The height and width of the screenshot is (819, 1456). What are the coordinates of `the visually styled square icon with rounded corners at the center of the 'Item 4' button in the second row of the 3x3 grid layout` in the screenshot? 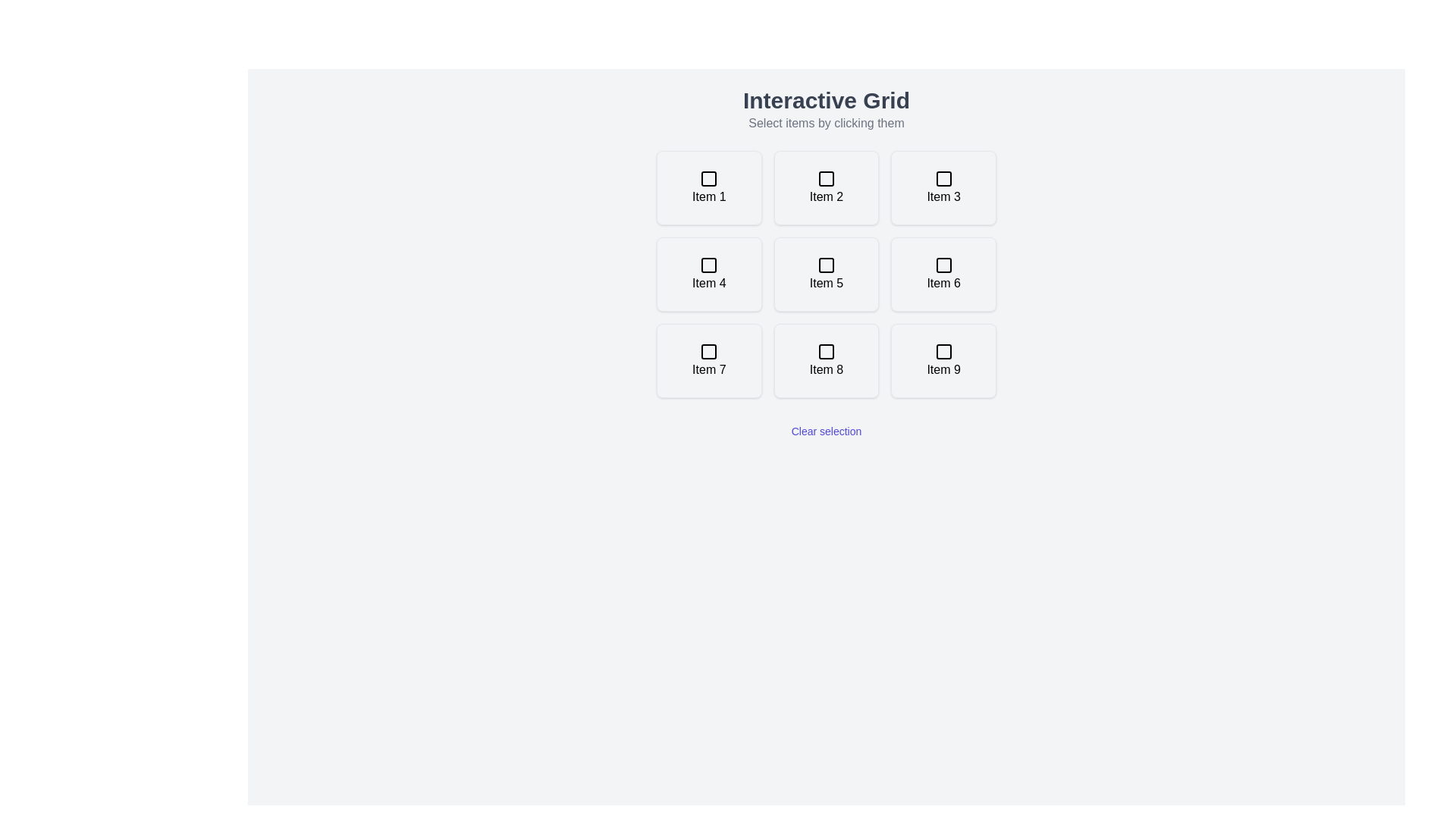 It's located at (708, 265).